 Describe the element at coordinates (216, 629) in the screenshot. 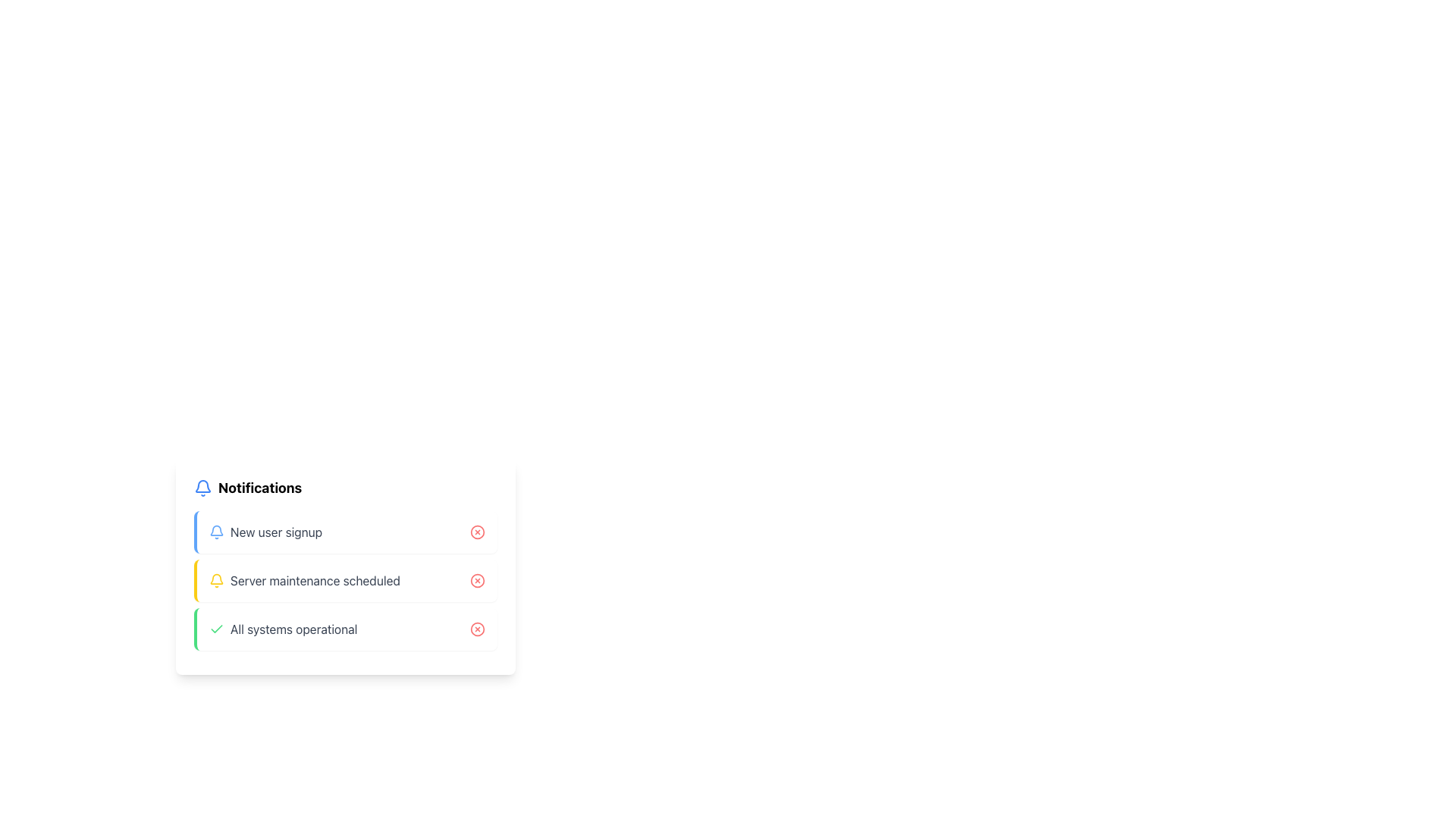

I see `the positive status icon located on the rightmost side of the green-bordered notification entry titled 'All systems operational'` at that location.